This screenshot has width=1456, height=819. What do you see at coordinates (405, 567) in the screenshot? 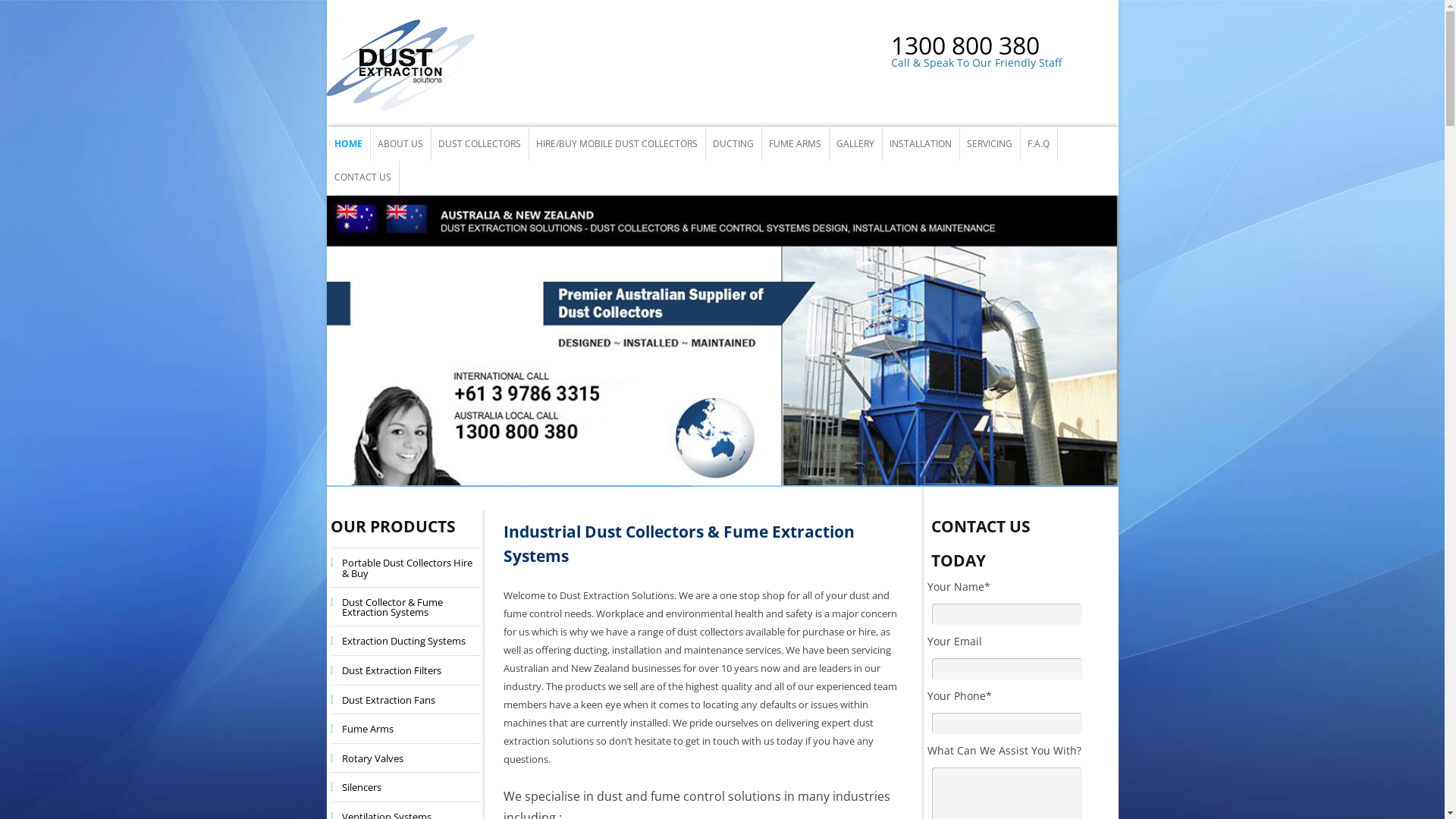
I see `'Portable Dust Collectors Hire & Buy'` at bounding box center [405, 567].